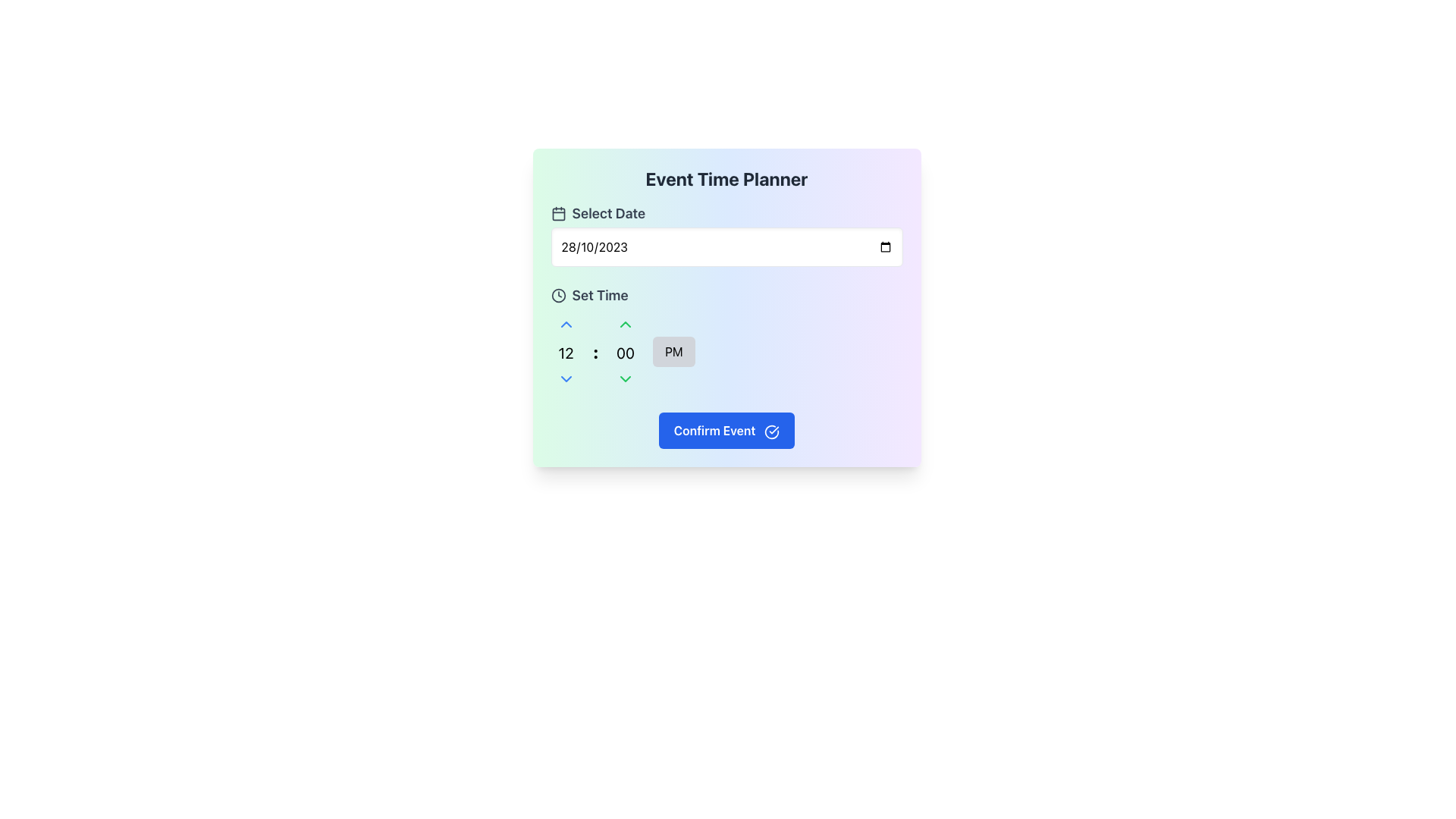 The width and height of the screenshot is (1456, 819). Describe the element at coordinates (726, 351) in the screenshot. I see `the Time Picker Component located in the bottom section of the 'Set Time' group` at that location.